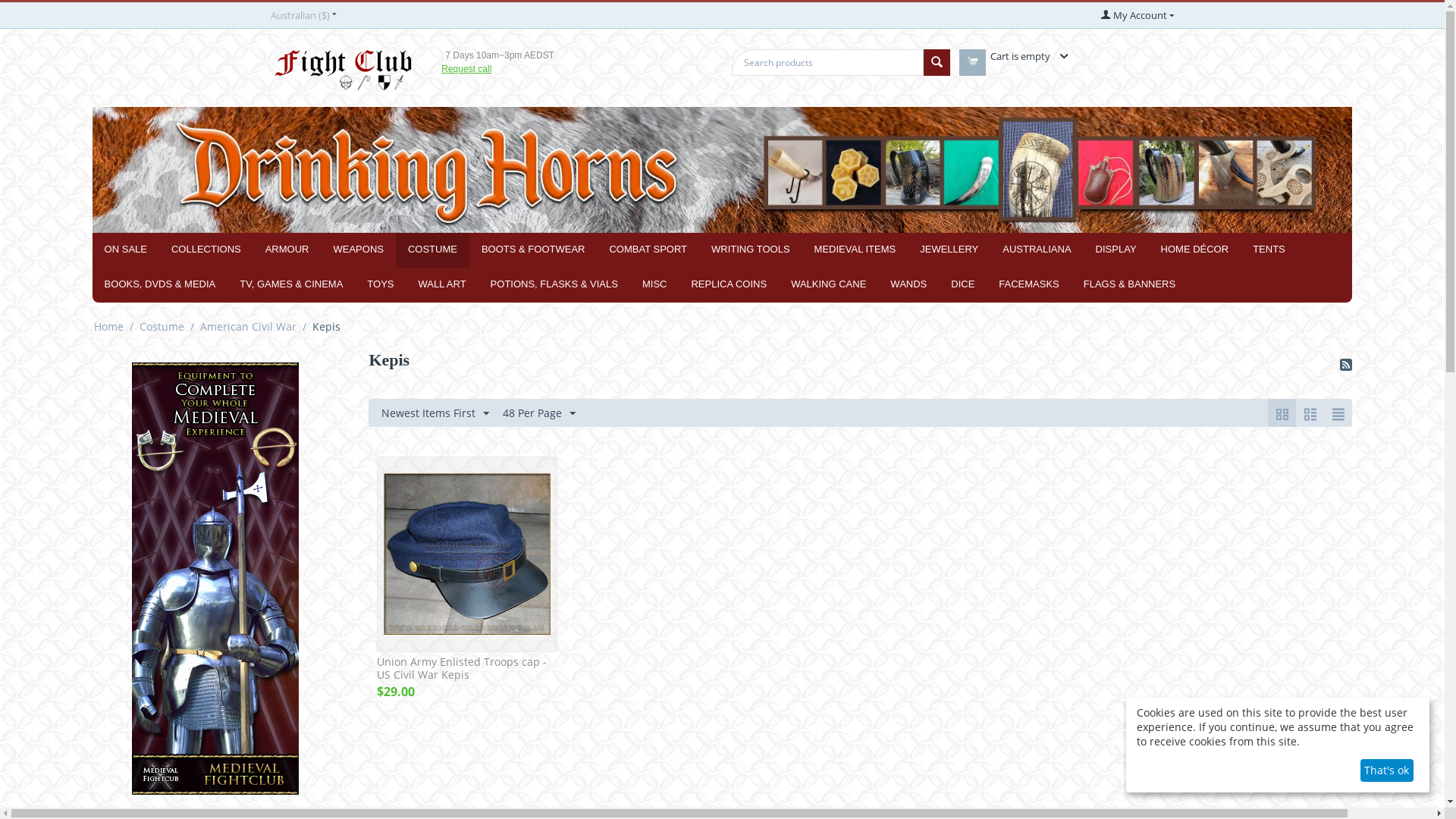 The height and width of the screenshot is (819, 1456). Describe the element at coordinates (1116, 249) in the screenshot. I see `'DISPLAY'` at that location.